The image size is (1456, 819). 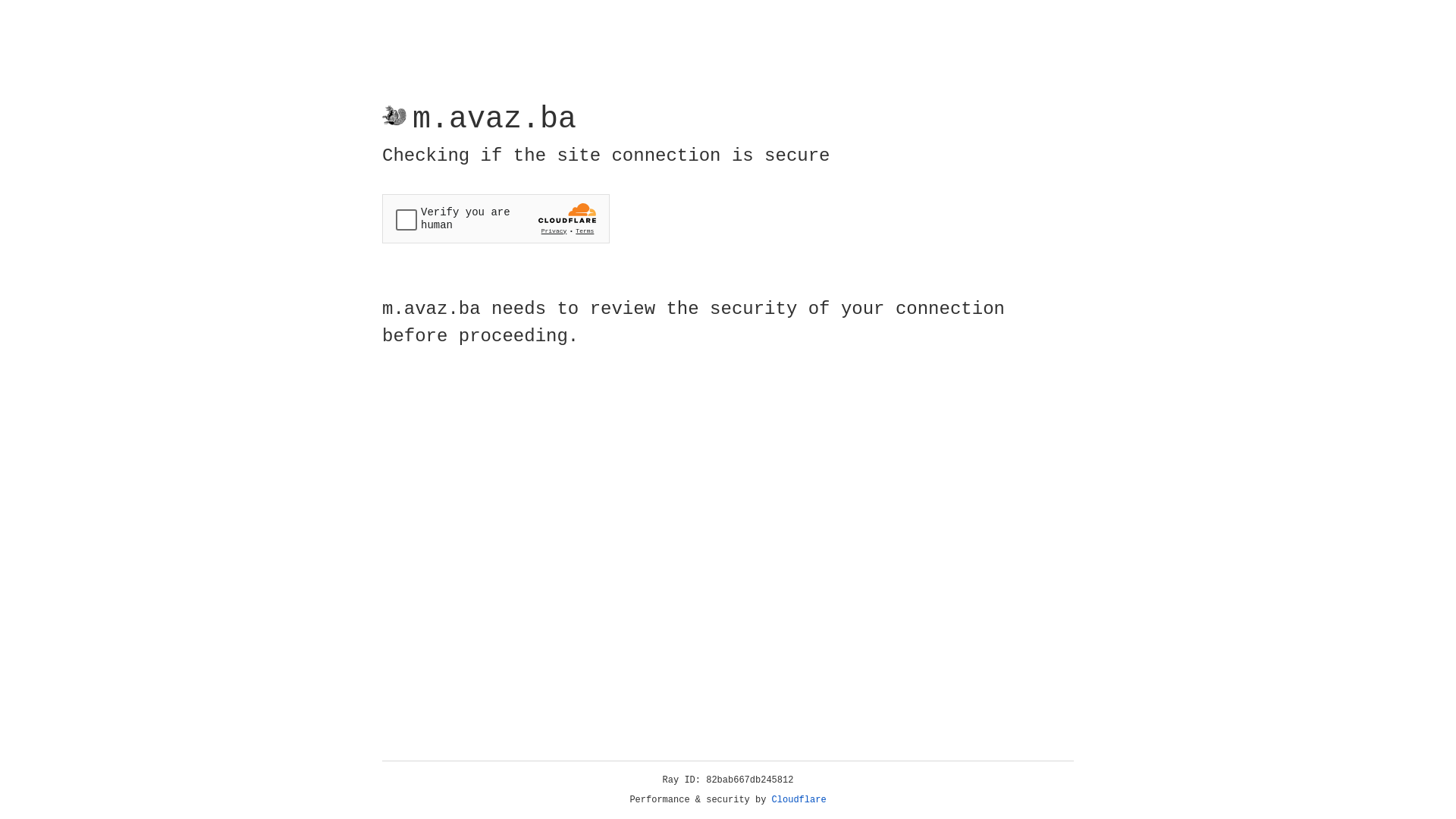 I want to click on 'Cloudflare', so click(x=799, y=799).